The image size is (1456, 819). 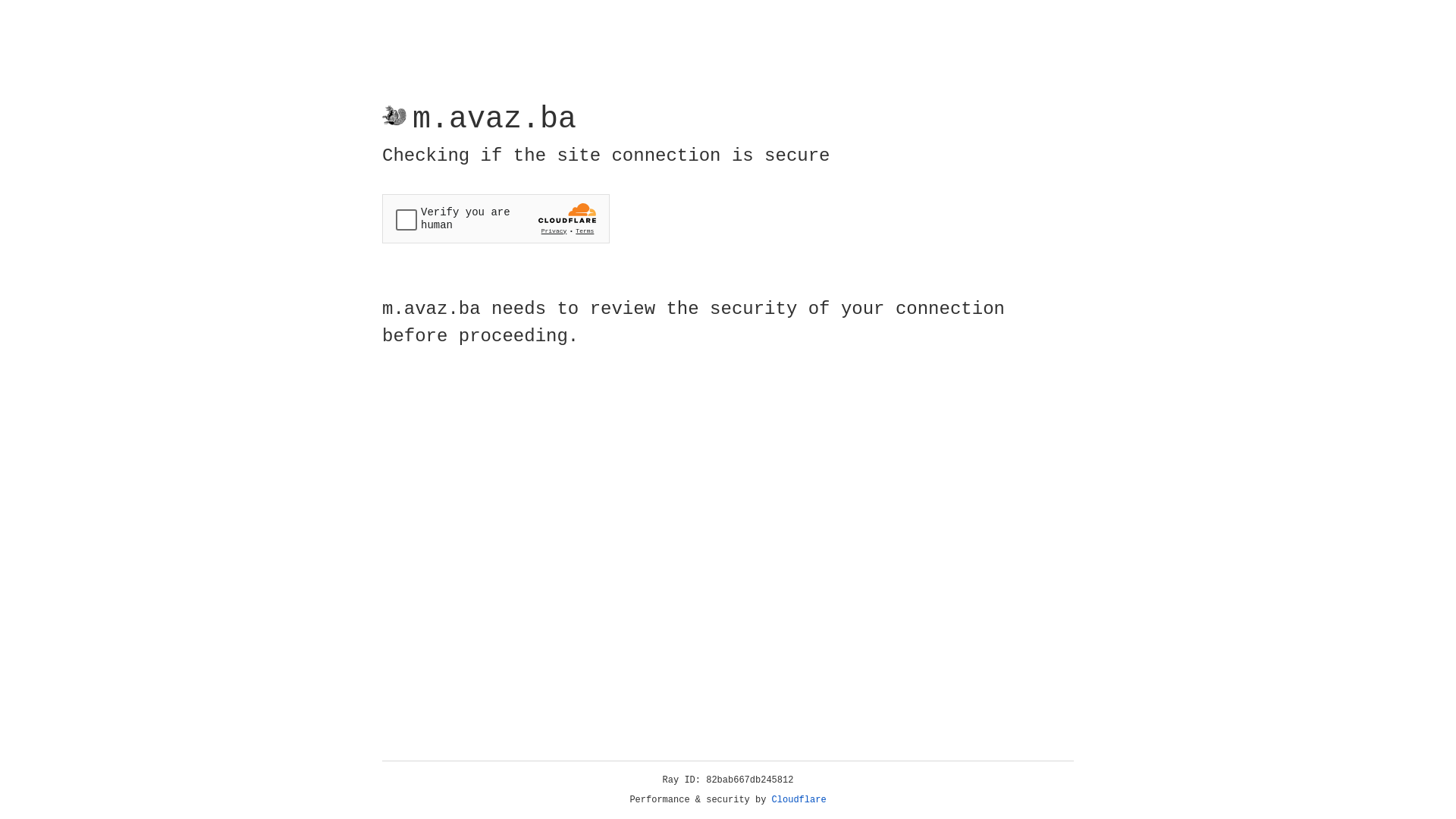 I want to click on 'Cloudflare', so click(x=799, y=799).